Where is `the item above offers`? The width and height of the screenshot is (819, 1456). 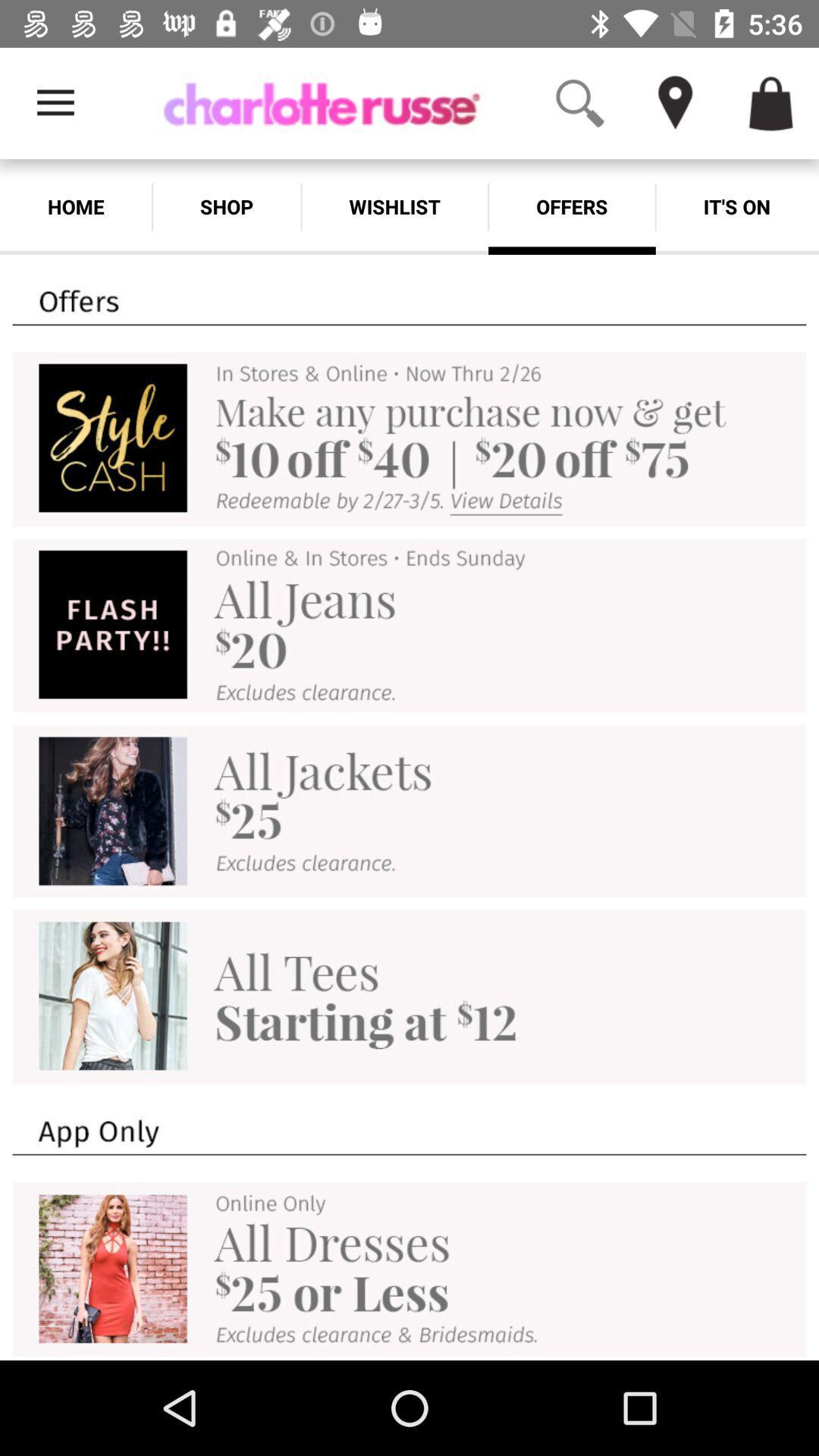 the item above offers is located at coordinates (675, 102).